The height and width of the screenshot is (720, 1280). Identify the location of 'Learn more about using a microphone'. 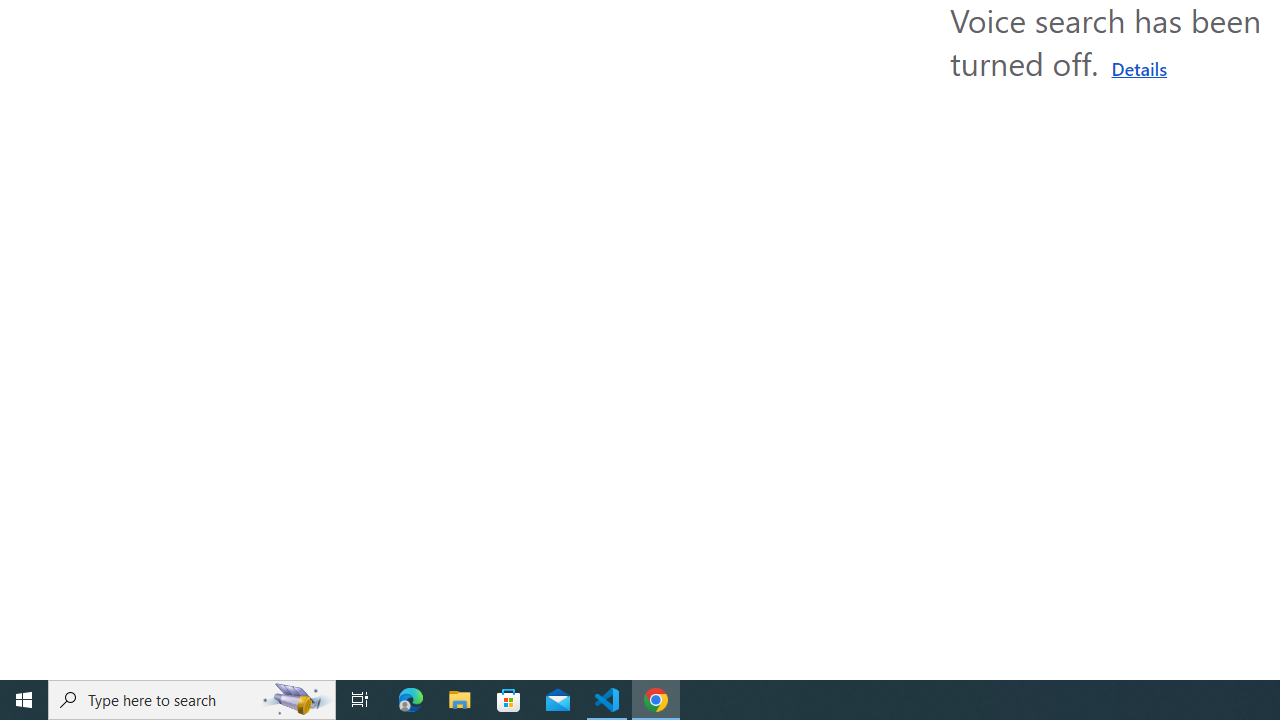
(1139, 67).